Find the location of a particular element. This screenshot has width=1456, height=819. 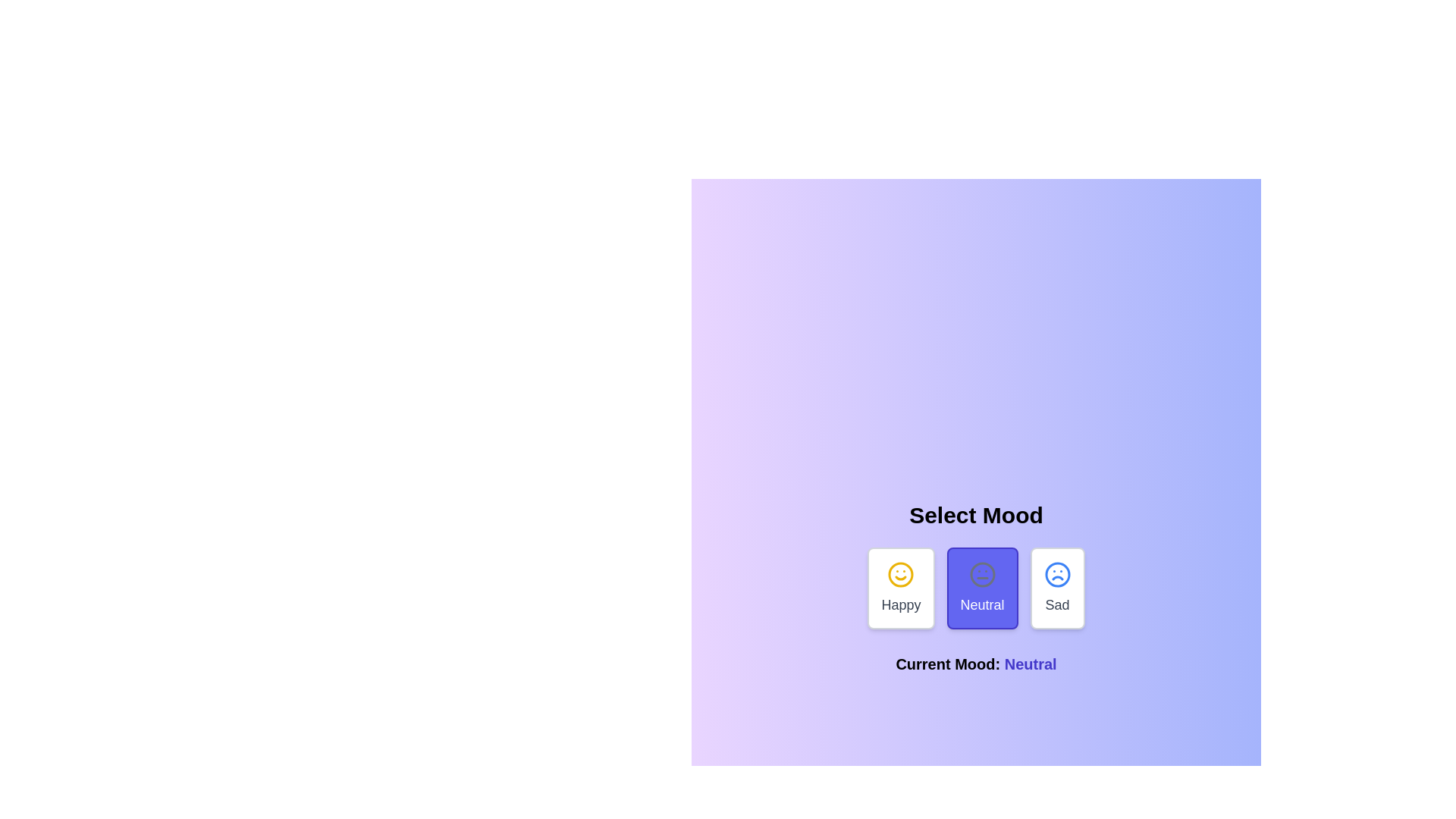

the mood option Sad to select it is located at coordinates (1056, 587).